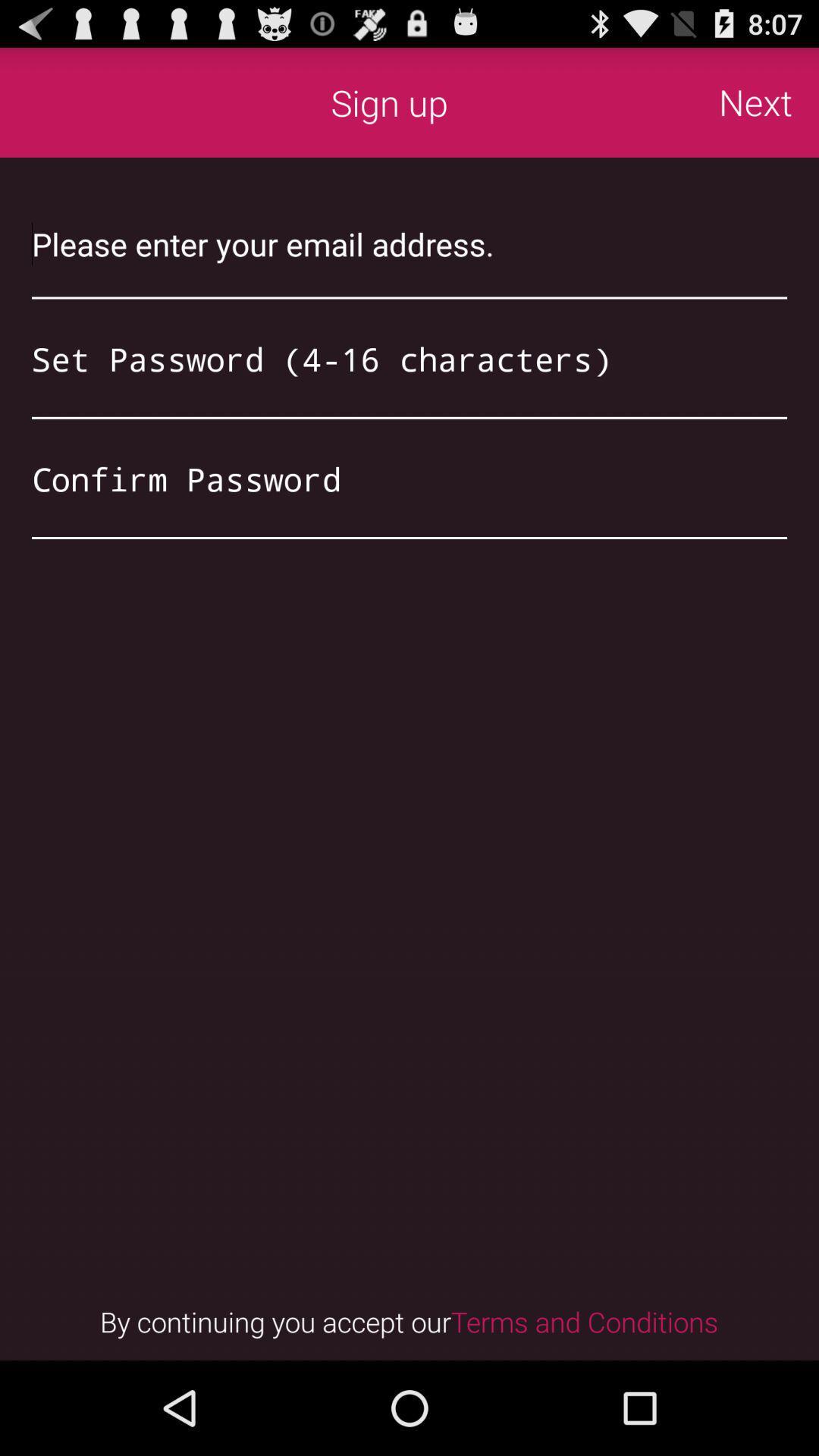  I want to click on adress, so click(409, 243).